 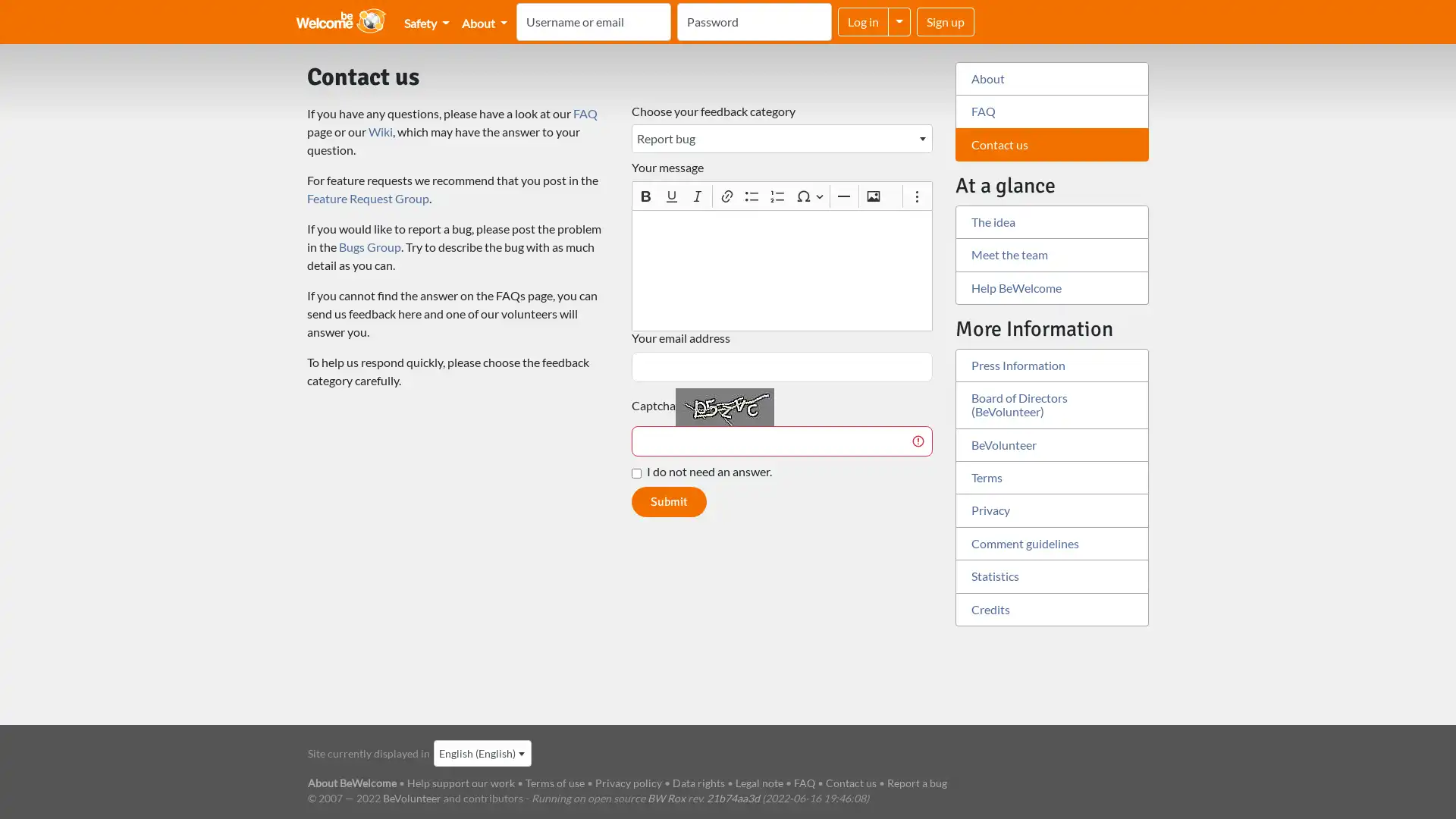 What do you see at coordinates (645, 195) in the screenshot?
I see `Bold` at bounding box center [645, 195].